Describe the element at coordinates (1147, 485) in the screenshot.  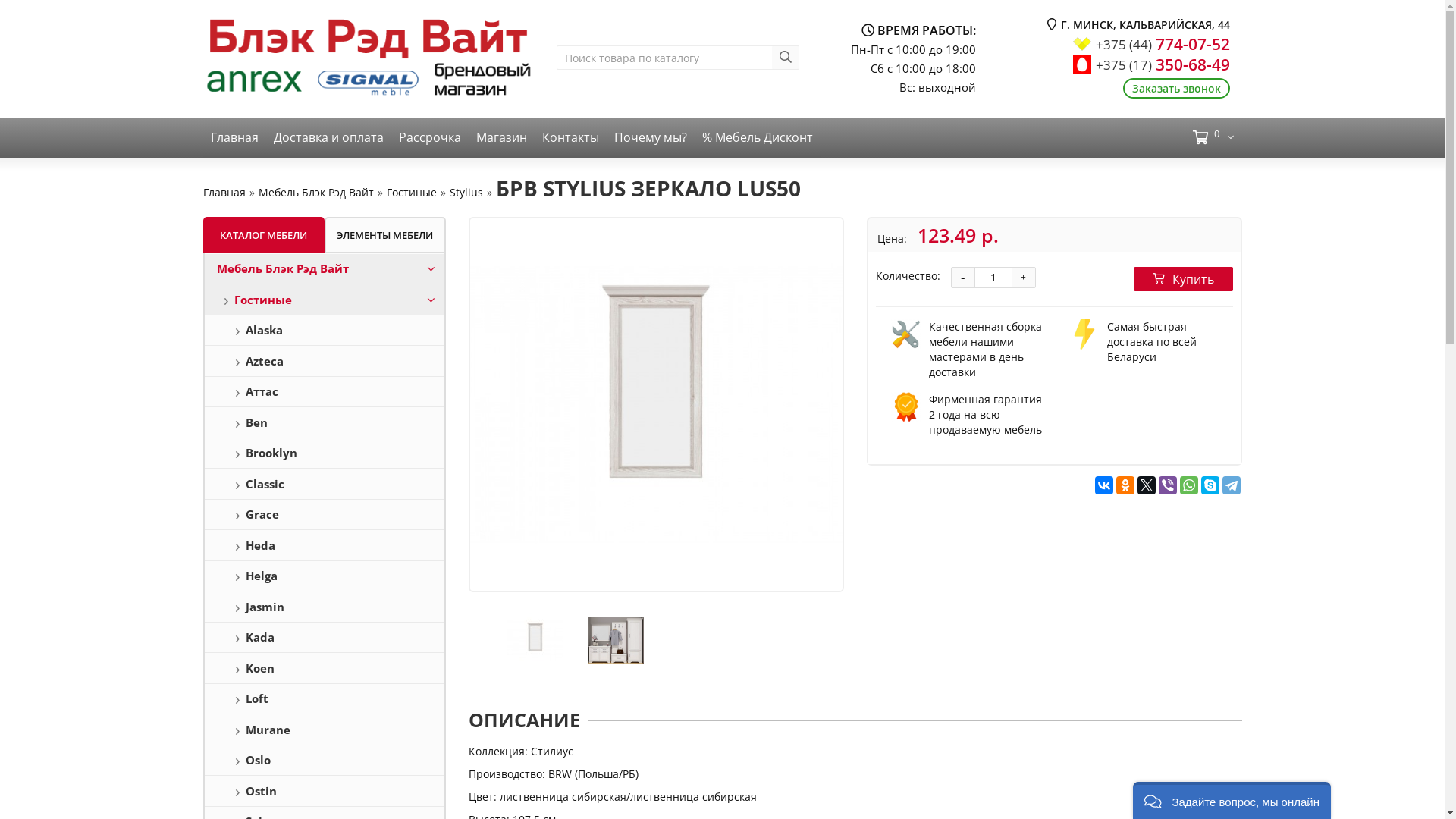
I see `'Twitter'` at that location.